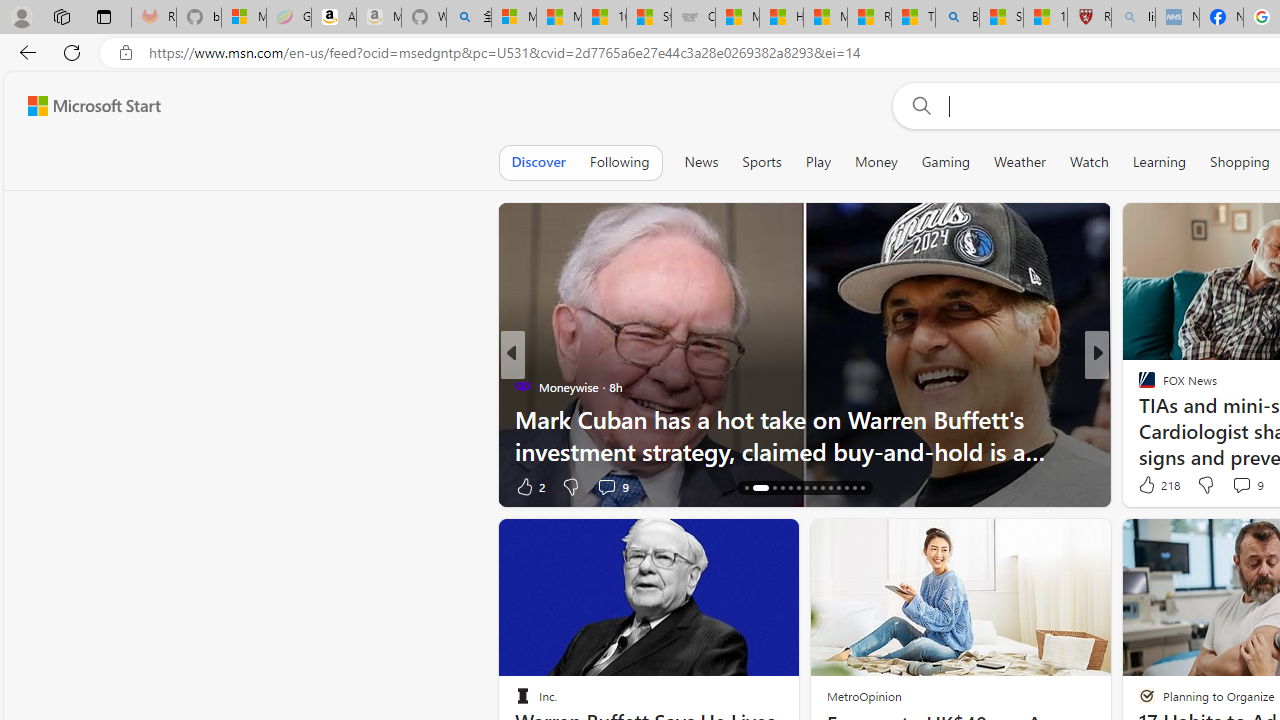  Describe the element at coordinates (1149, 486) in the screenshot. I see `'78 Like'` at that location.